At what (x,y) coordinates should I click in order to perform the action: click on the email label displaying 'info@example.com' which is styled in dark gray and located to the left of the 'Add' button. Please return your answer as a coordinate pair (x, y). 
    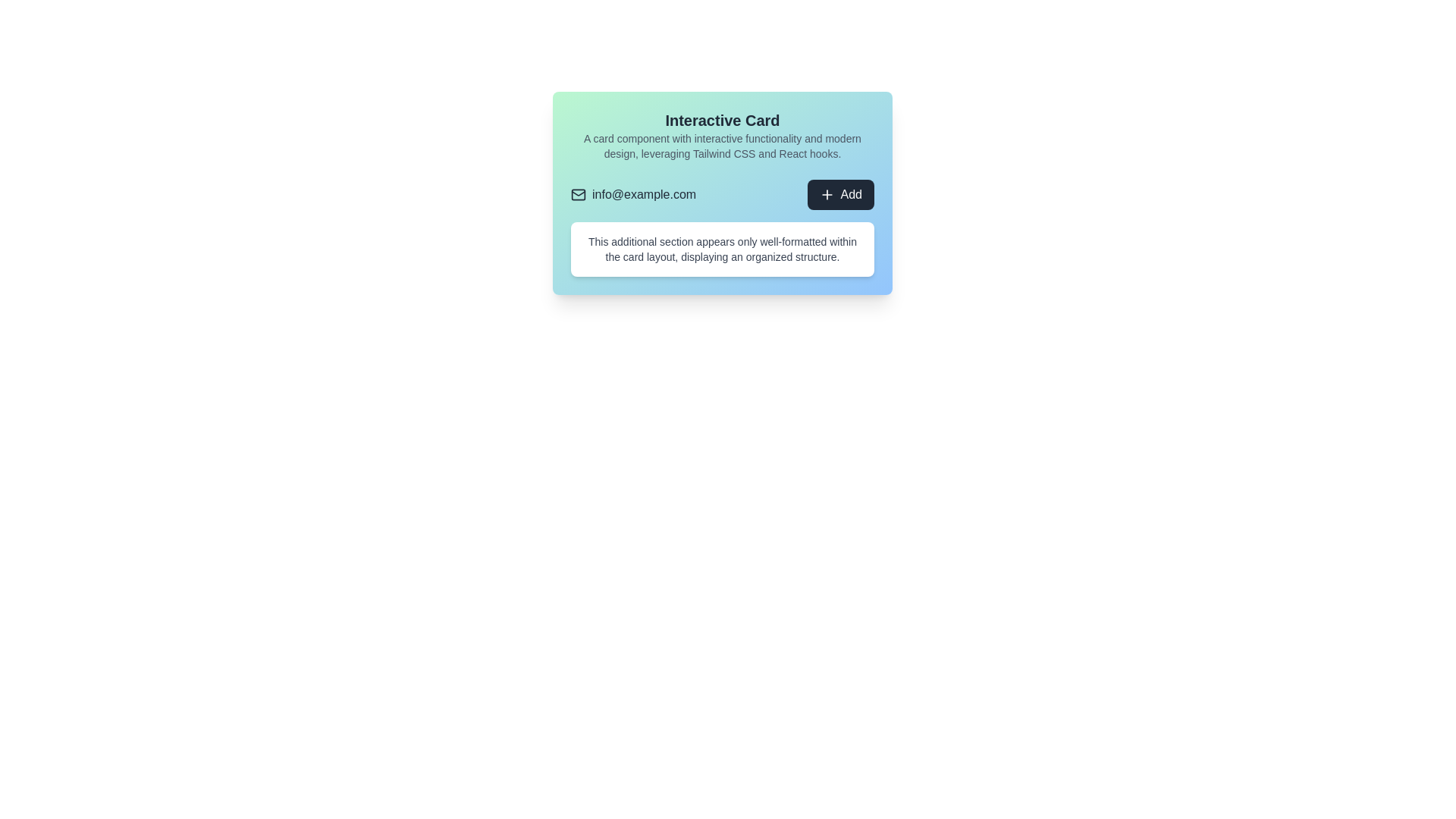
    Looking at the image, I should click on (633, 194).